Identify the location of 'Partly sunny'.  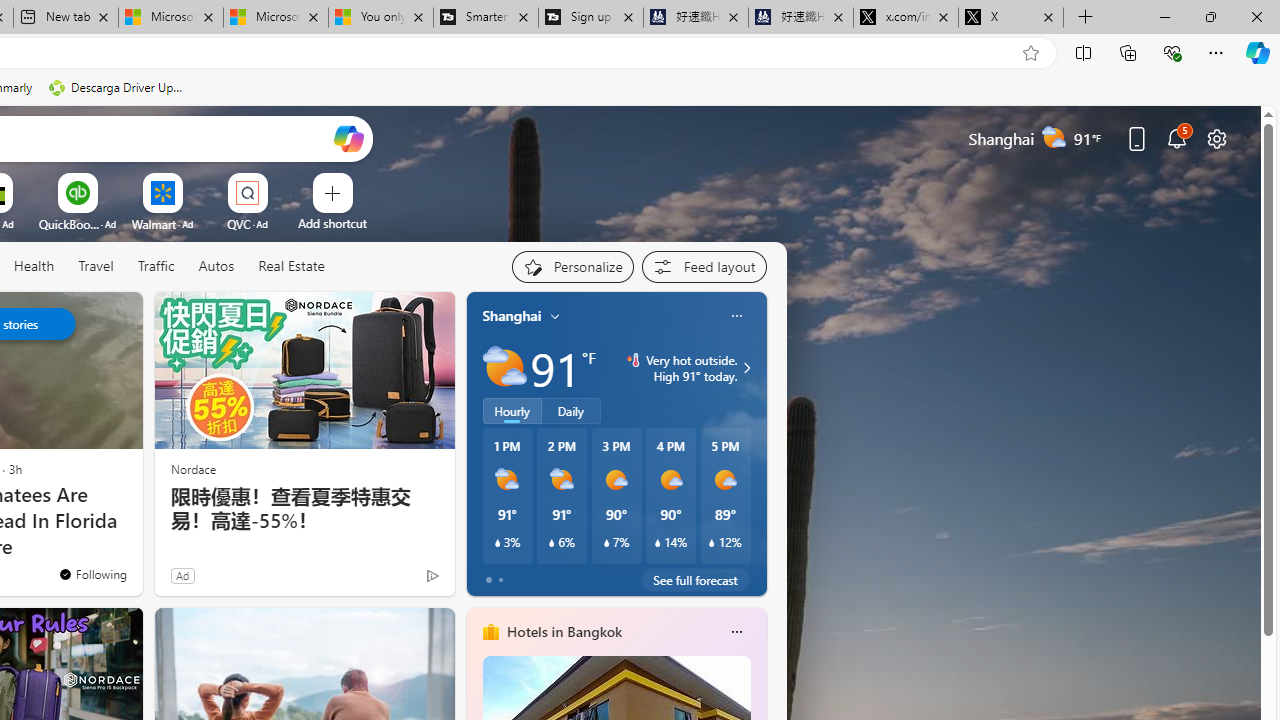
(504, 368).